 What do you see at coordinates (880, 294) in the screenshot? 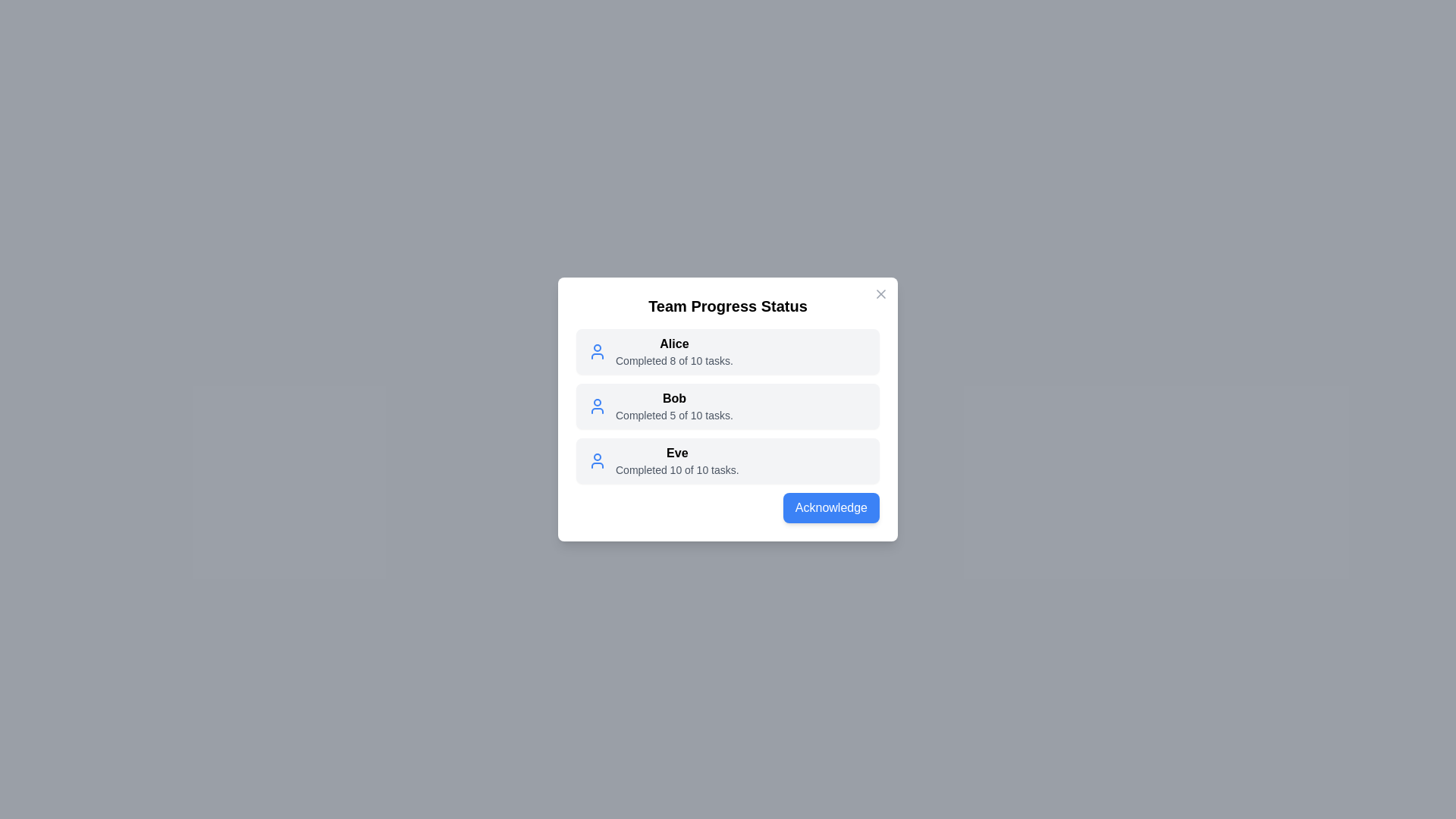
I see `close button in the top-right corner of the dialog` at bounding box center [880, 294].